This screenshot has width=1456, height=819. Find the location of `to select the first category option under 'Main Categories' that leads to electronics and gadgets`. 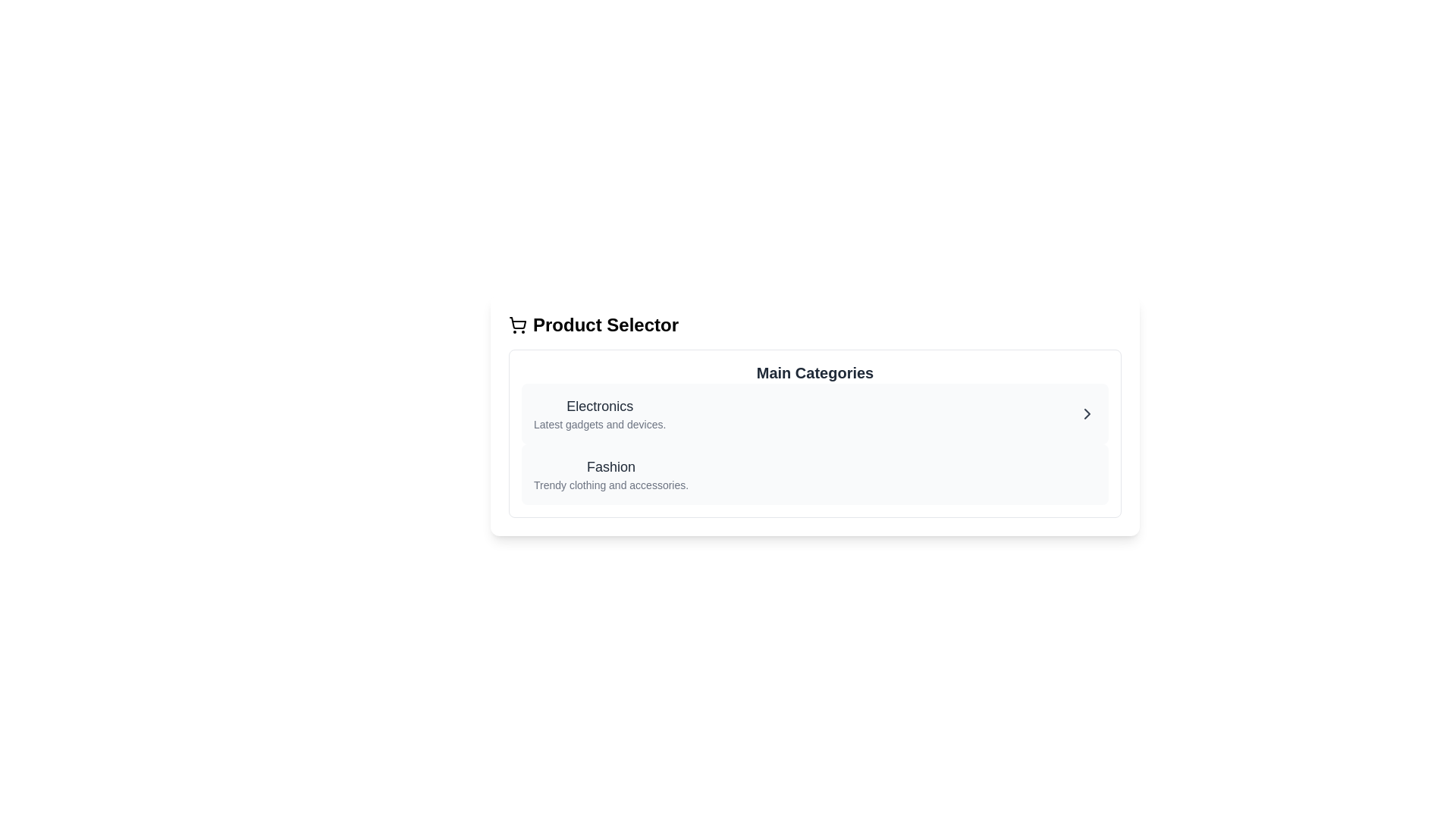

to select the first category option under 'Main Categories' that leads to electronics and gadgets is located at coordinates (814, 414).